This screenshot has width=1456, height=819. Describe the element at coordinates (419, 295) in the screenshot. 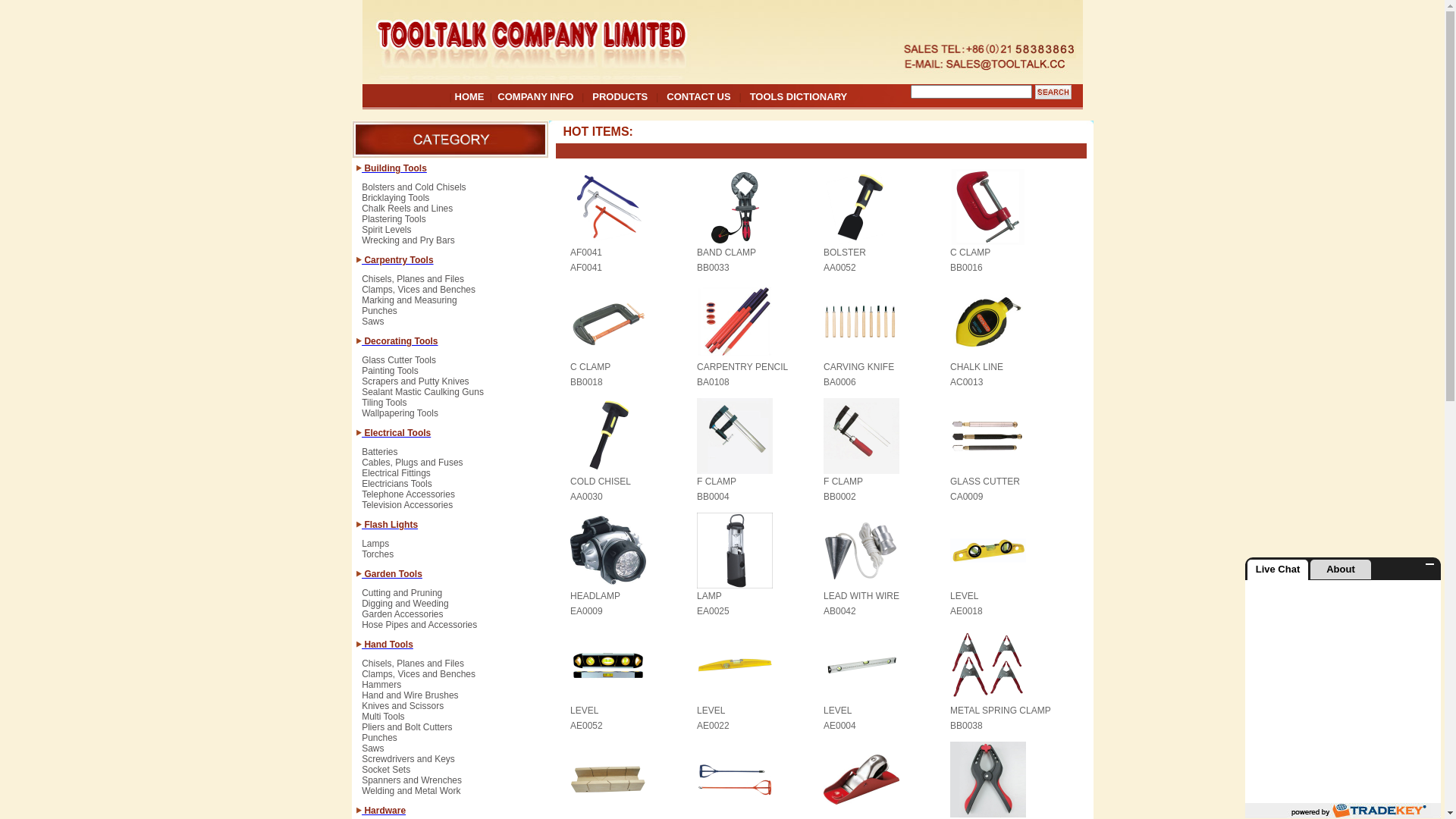

I see `'Clamps, Vices and Benches'` at that location.